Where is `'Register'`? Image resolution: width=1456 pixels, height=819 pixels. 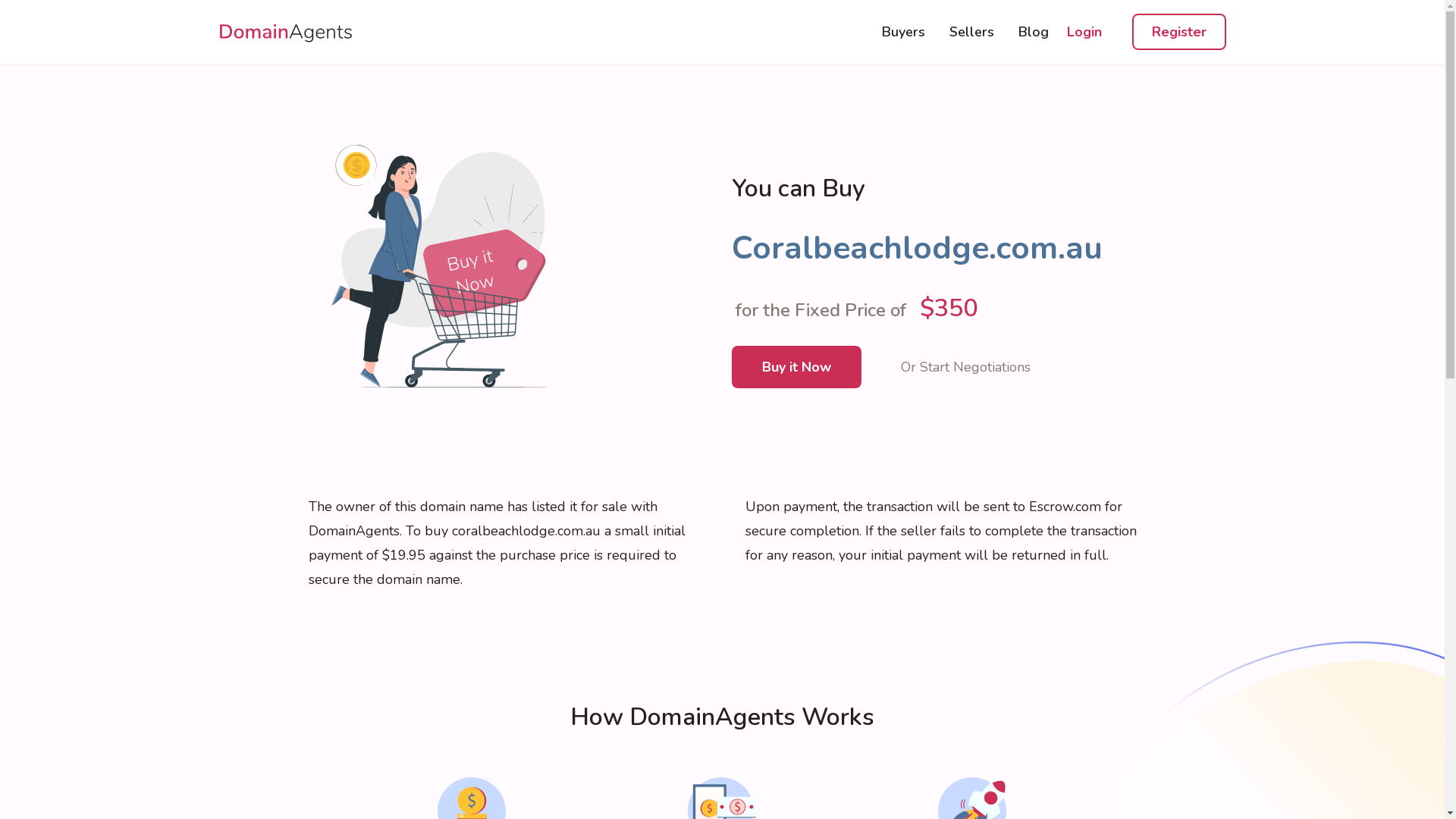
'Register' is located at coordinates (1131, 32).